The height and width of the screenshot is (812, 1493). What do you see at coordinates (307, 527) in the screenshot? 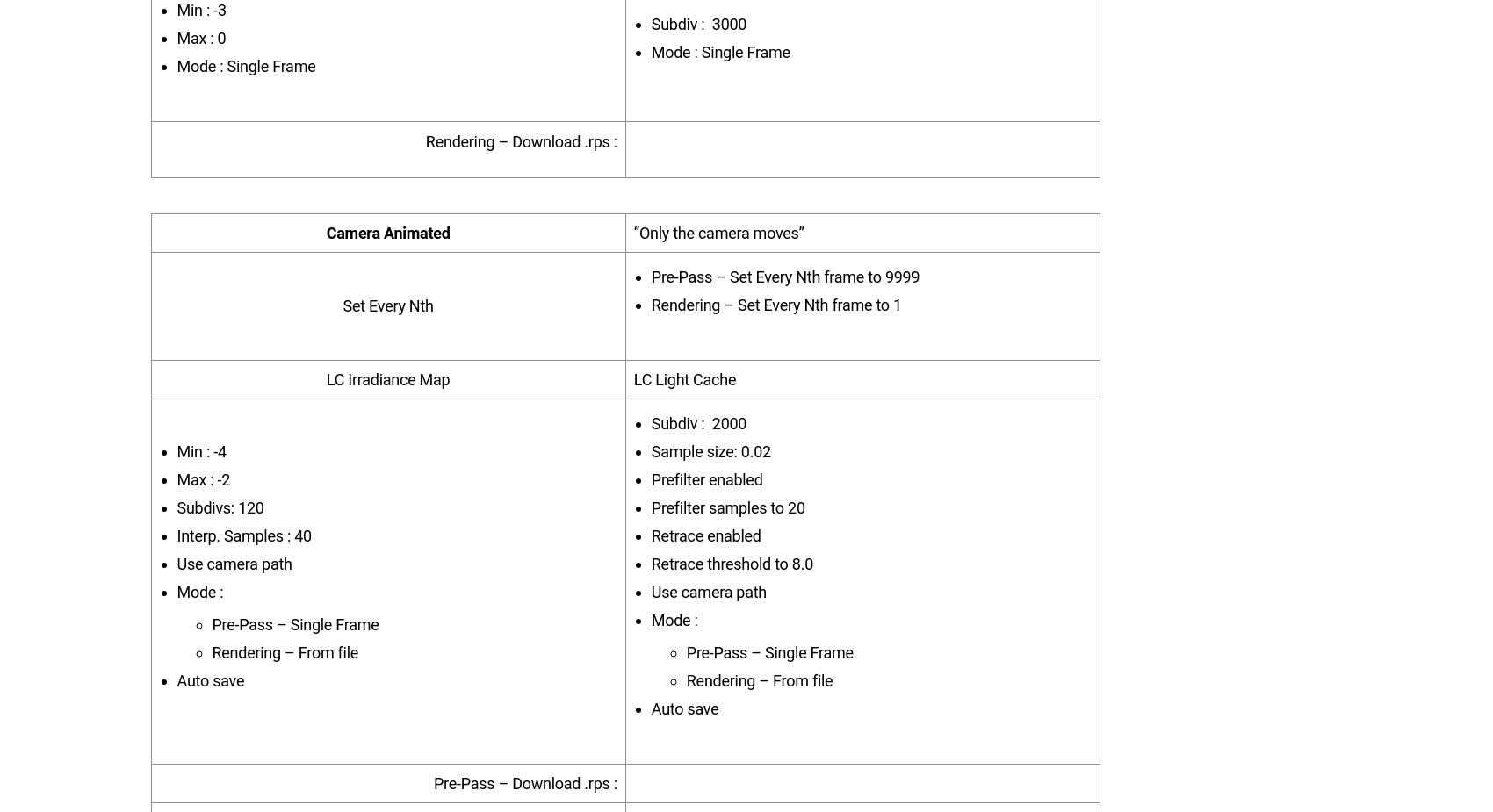
I see `'AOV_Denoiser'` at bounding box center [307, 527].